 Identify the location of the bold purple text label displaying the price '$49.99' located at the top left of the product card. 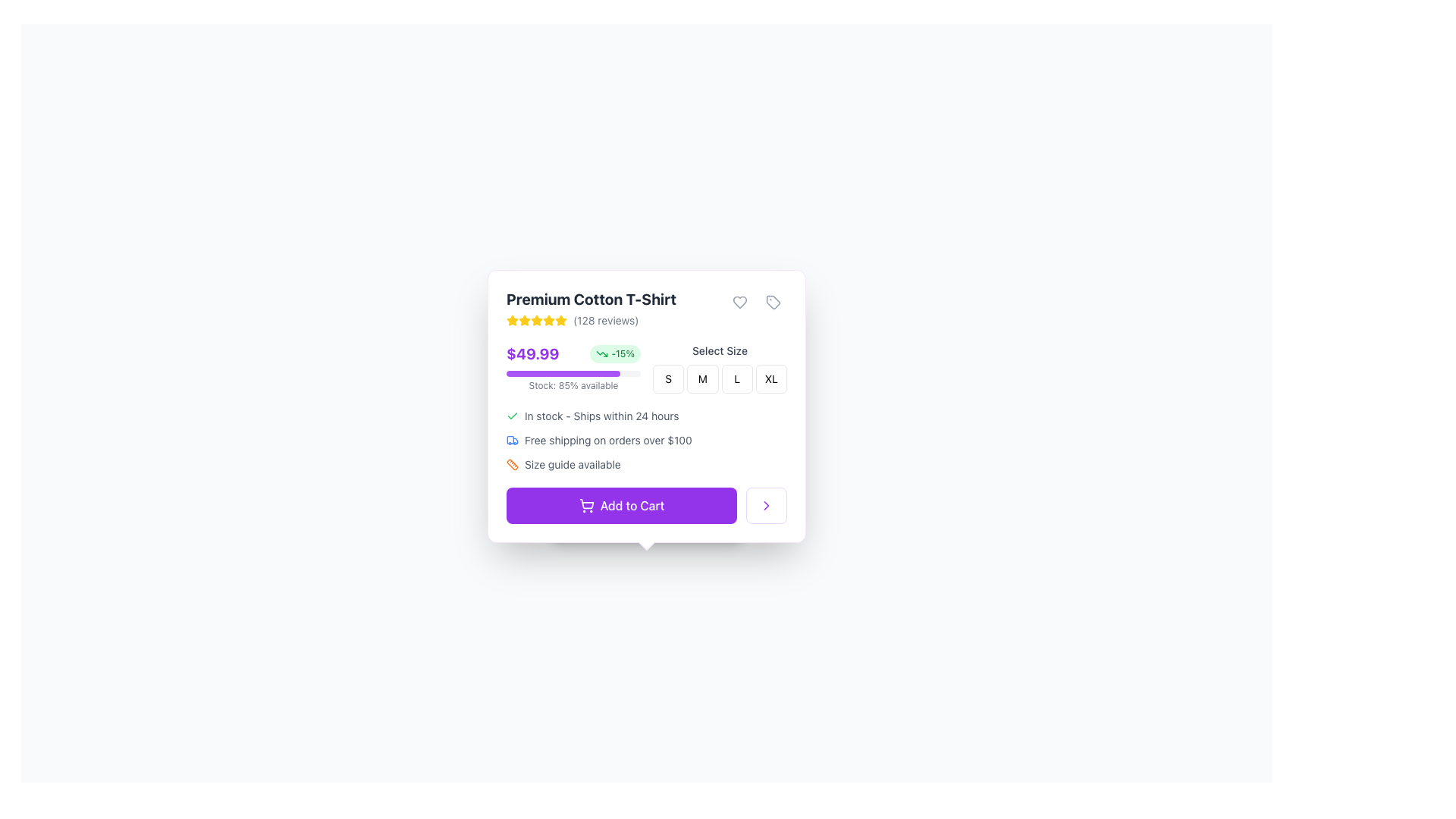
(532, 353).